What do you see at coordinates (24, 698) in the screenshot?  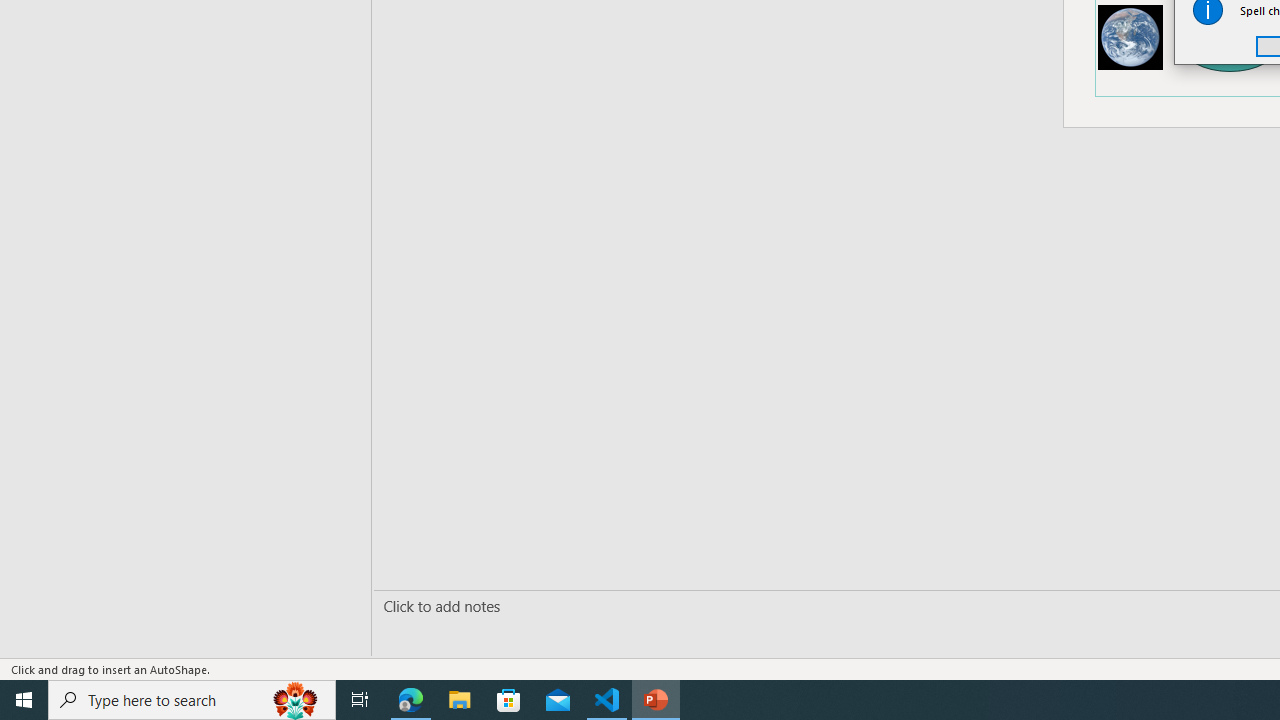 I see `'Start'` at bounding box center [24, 698].